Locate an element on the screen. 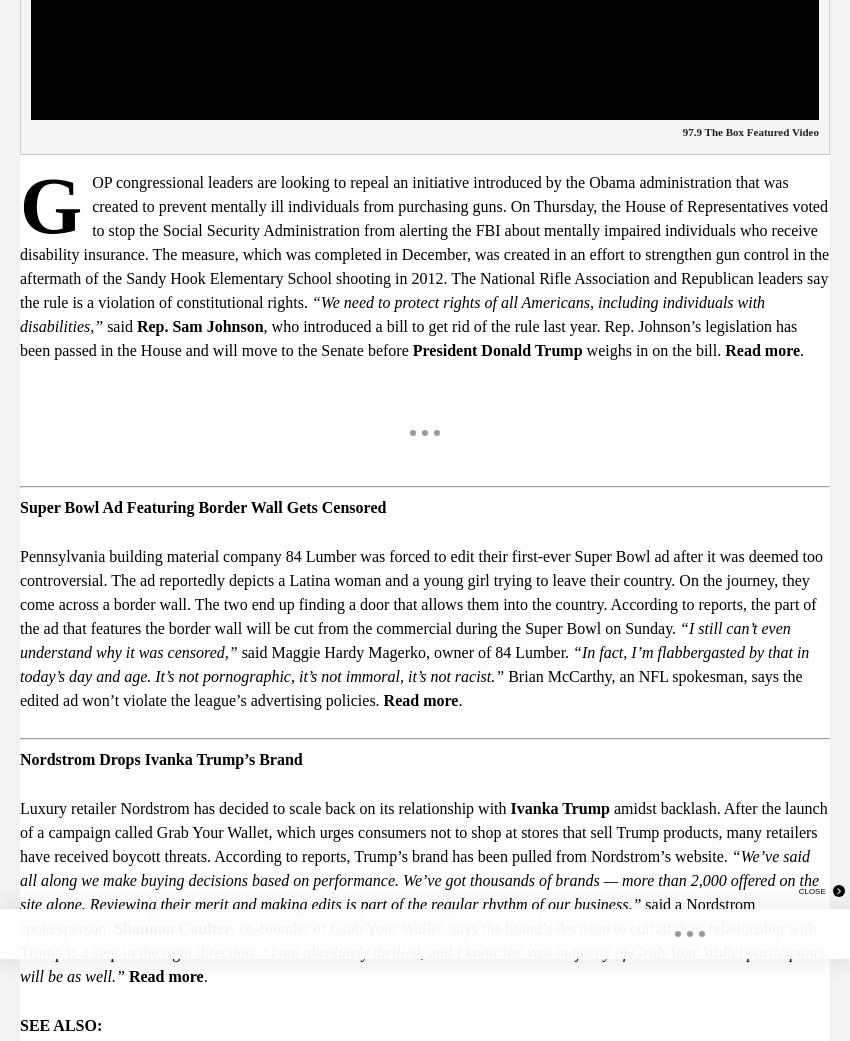  'G' is located at coordinates (18, 204).